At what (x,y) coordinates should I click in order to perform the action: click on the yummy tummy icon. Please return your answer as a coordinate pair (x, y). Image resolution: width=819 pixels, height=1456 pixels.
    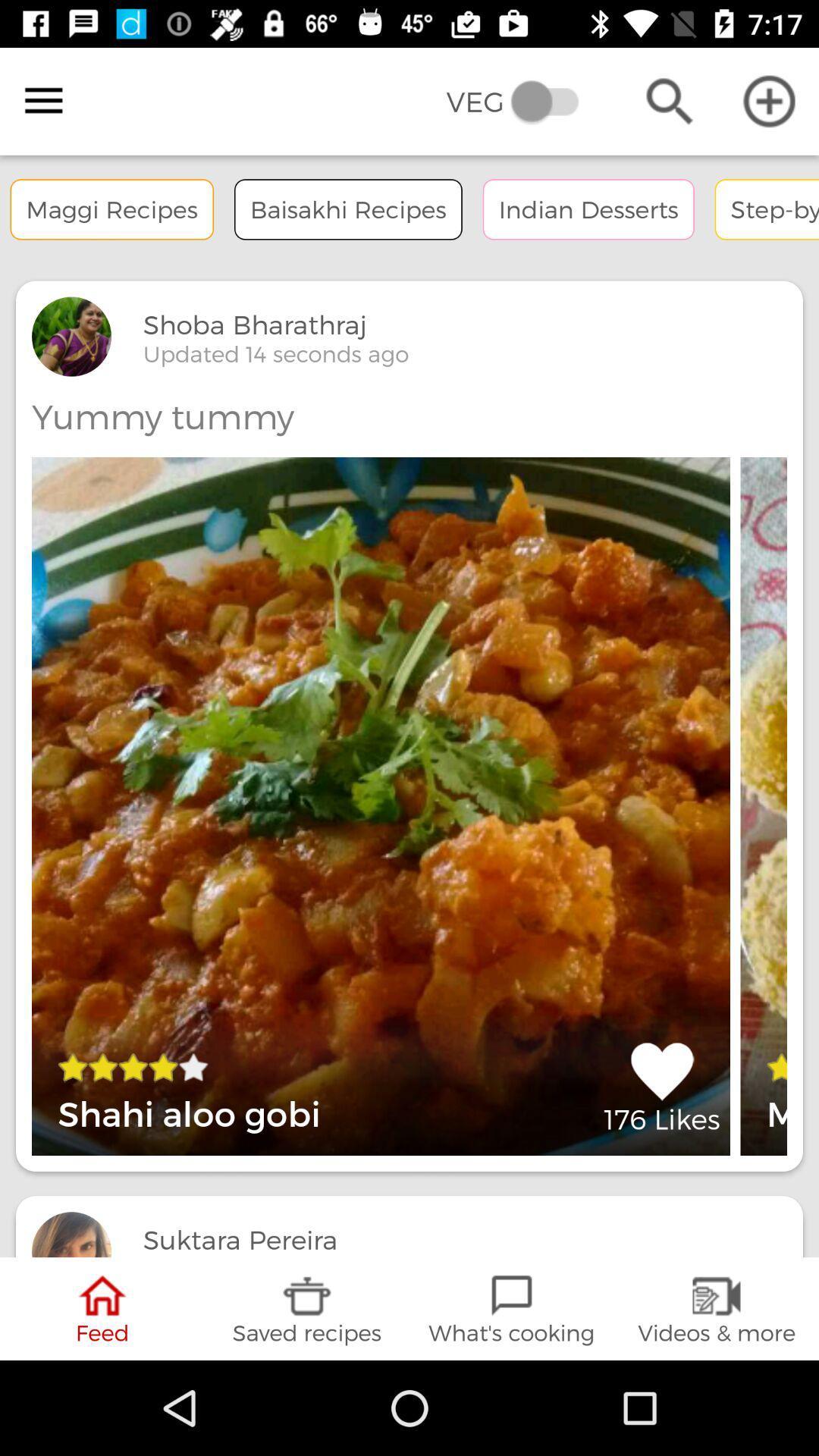
    Looking at the image, I should click on (162, 416).